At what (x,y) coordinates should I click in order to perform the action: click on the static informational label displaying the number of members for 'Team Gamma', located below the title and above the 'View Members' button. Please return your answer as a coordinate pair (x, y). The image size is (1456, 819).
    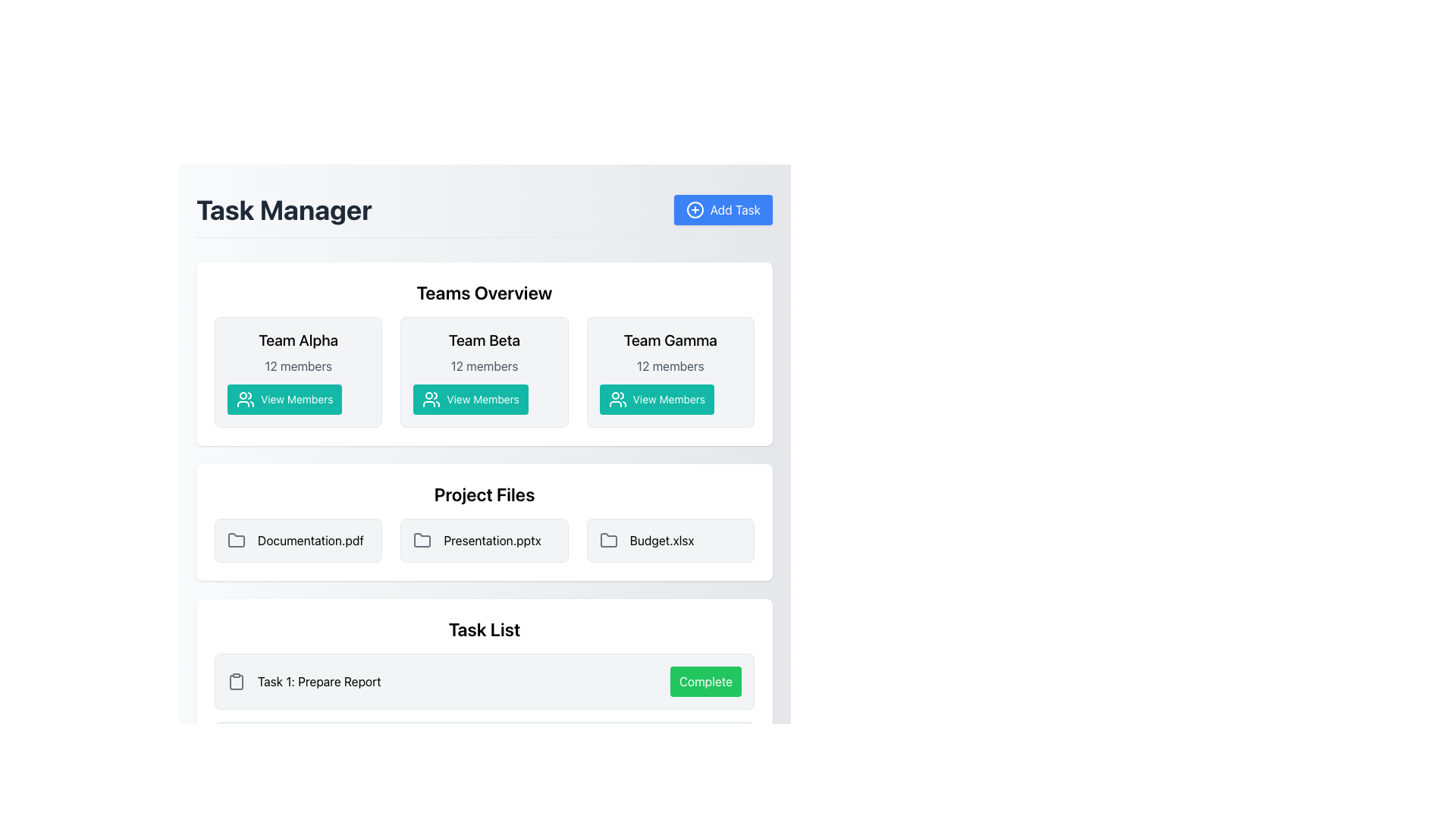
    Looking at the image, I should click on (670, 366).